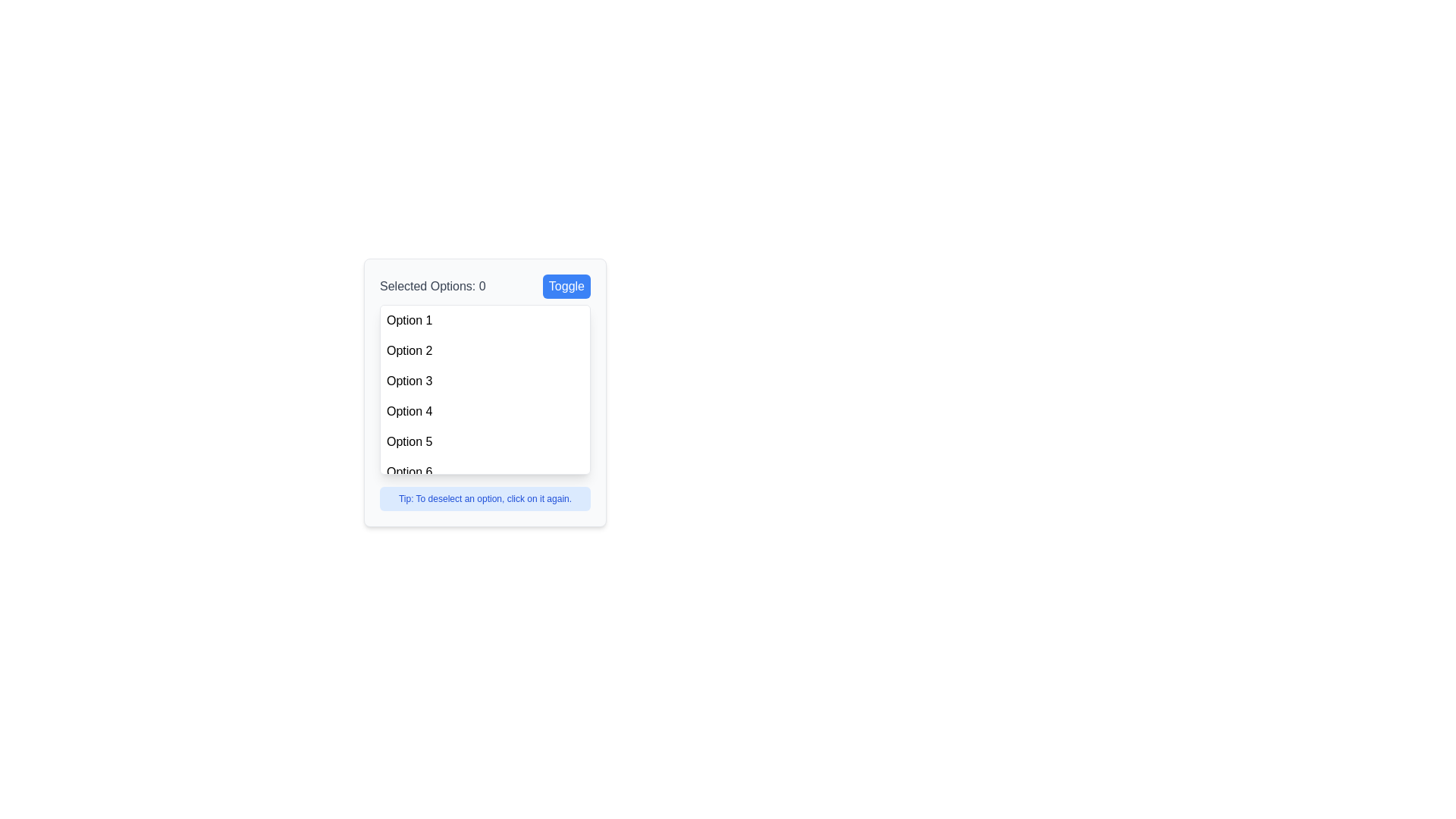  What do you see at coordinates (409, 350) in the screenshot?
I see `the selectable option 'Option 2' in the list` at bounding box center [409, 350].